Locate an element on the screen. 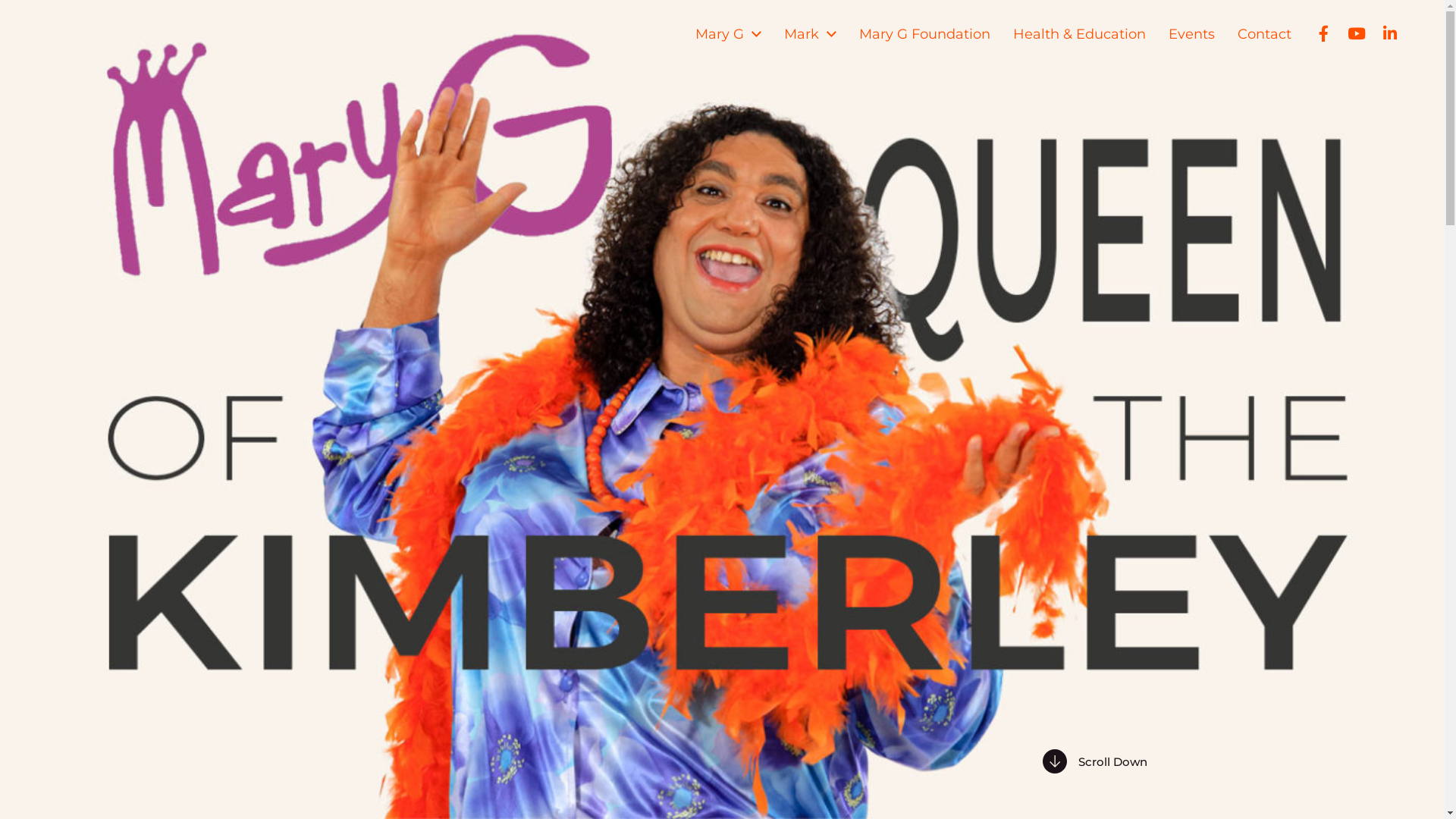 The height and width of the screenshot is (819, 1456). 'Mary G Foundation' is located at coordinates (924, 34).